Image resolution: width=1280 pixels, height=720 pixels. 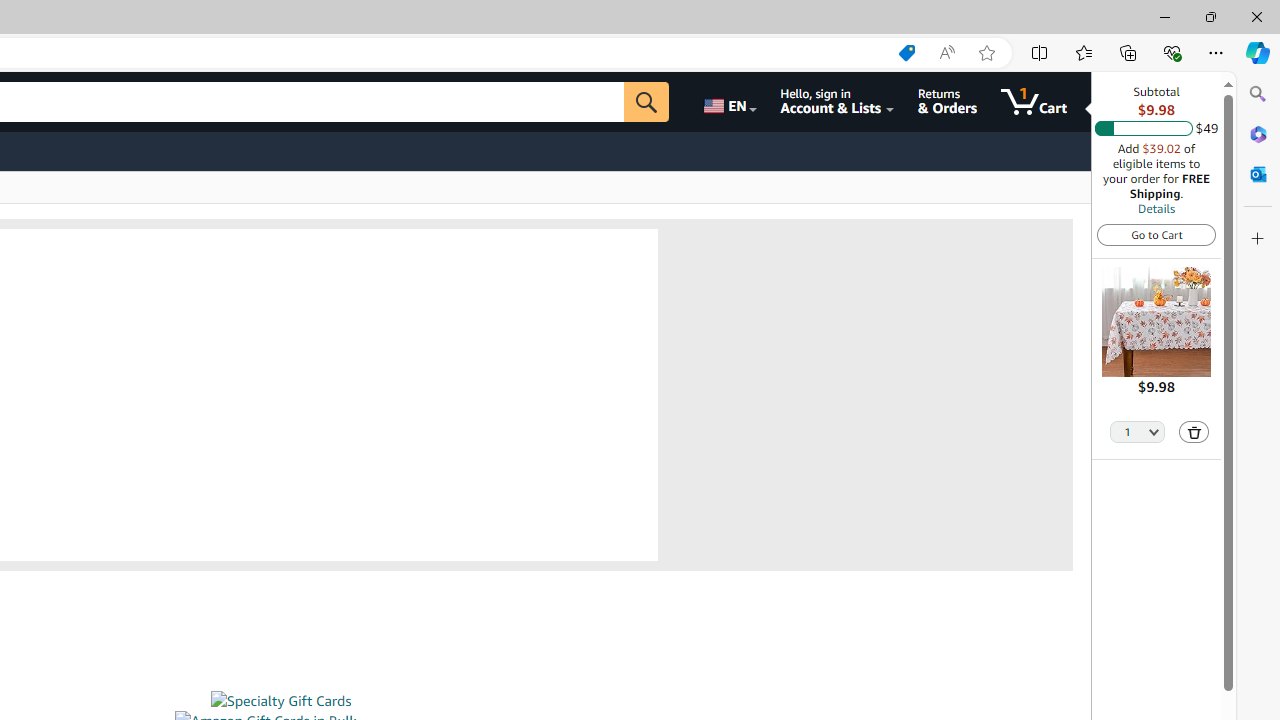 I want to click on 'Go to Cart', so click(x=1156, y=233).